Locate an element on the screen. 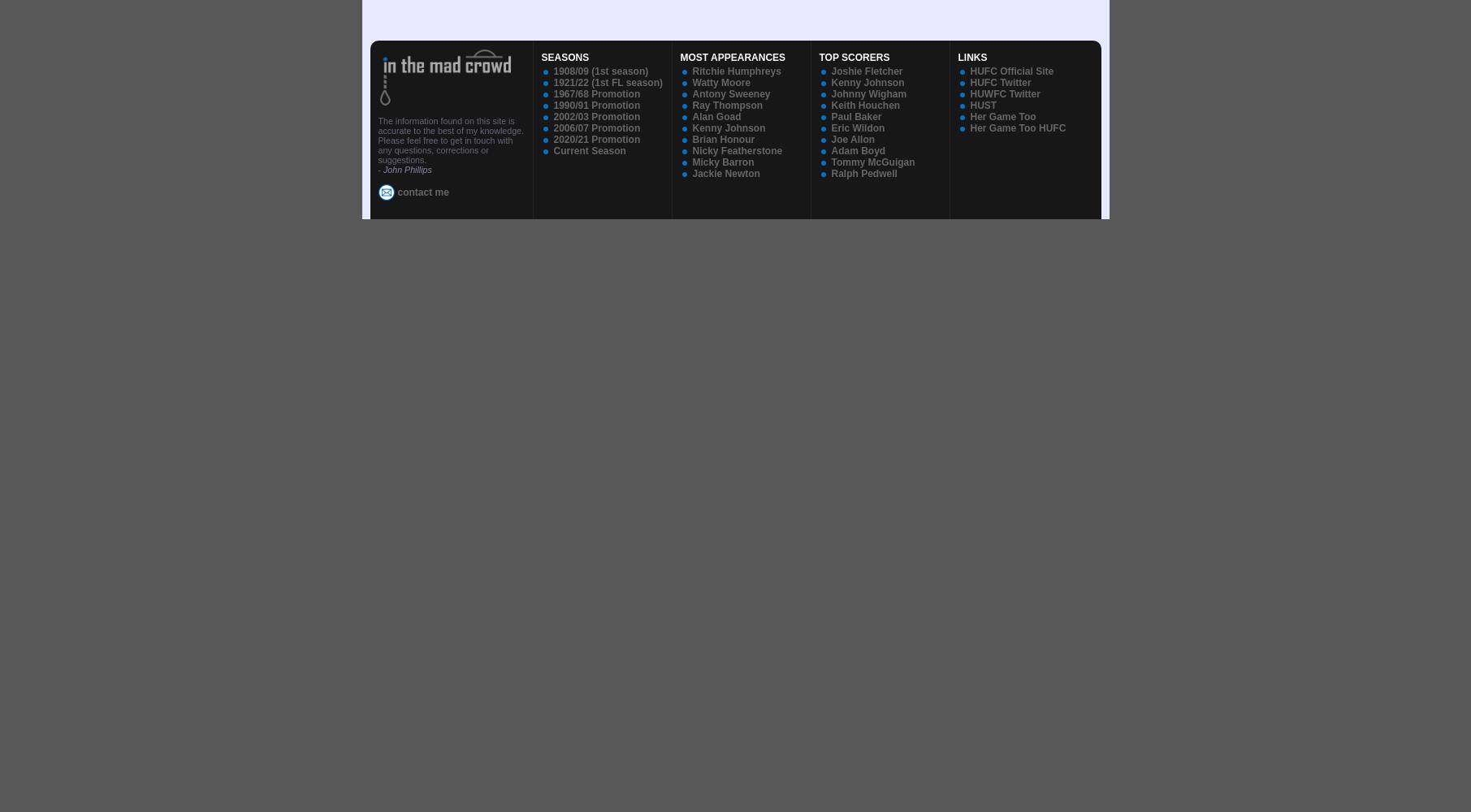  'Antony Sweeney' is located at coordinates (731, 93).